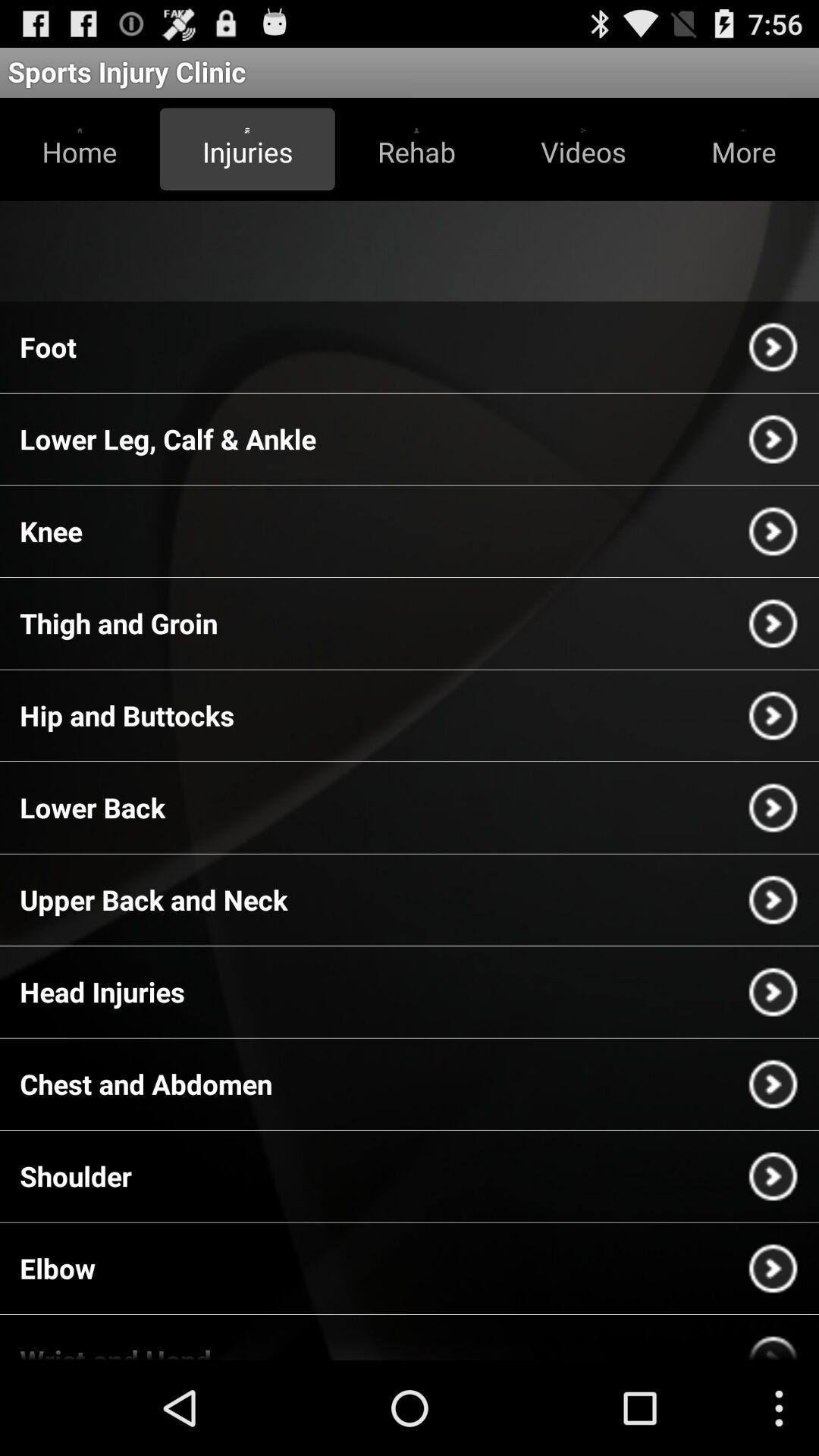 The height and width of the screenshot is (1456, 819). I want to click on the button more at top right corner, so click(742, 149).